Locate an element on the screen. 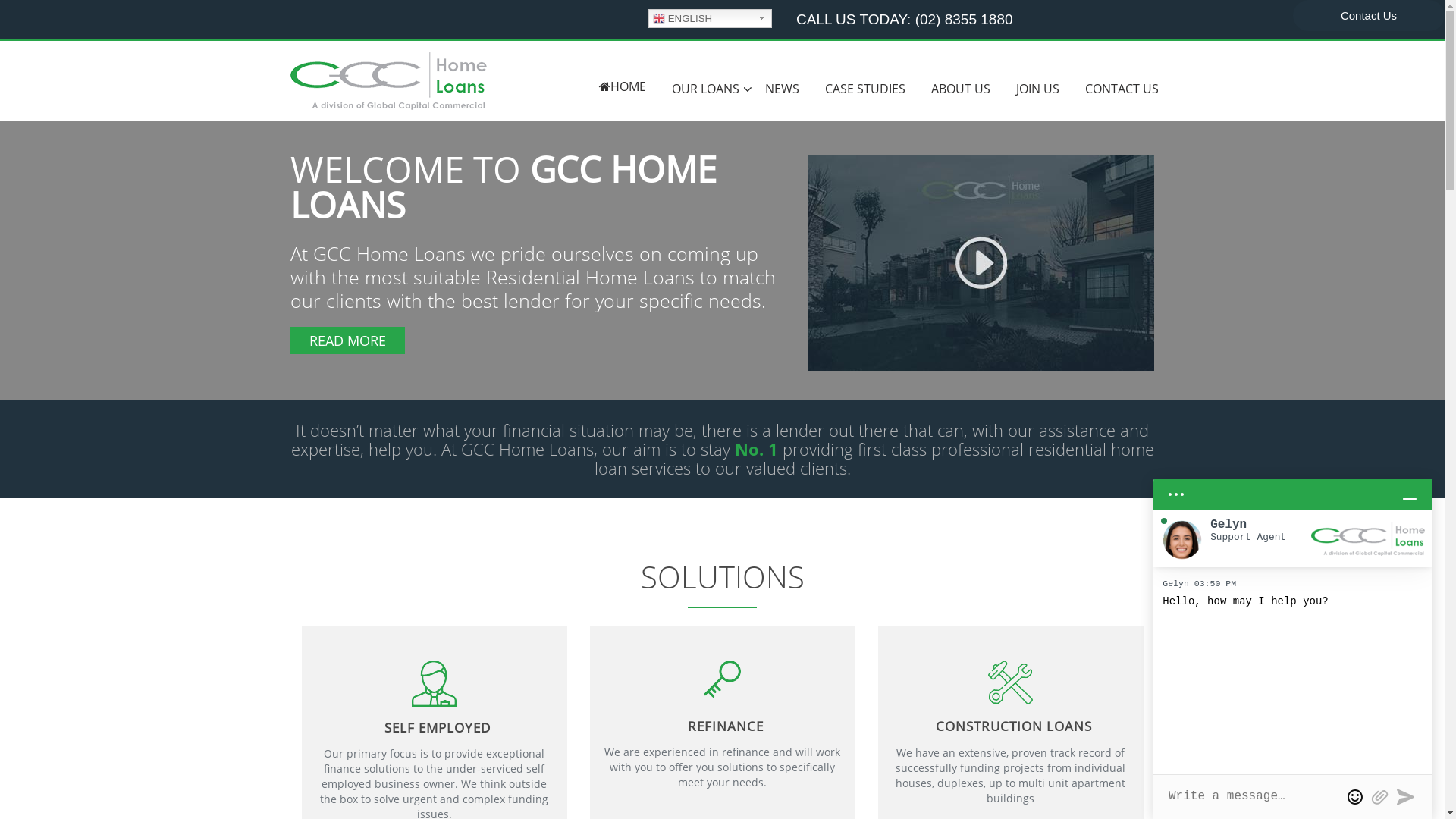 The image size is (1456, 819). 'ENGLISH' is located at coordinates (709, 18).